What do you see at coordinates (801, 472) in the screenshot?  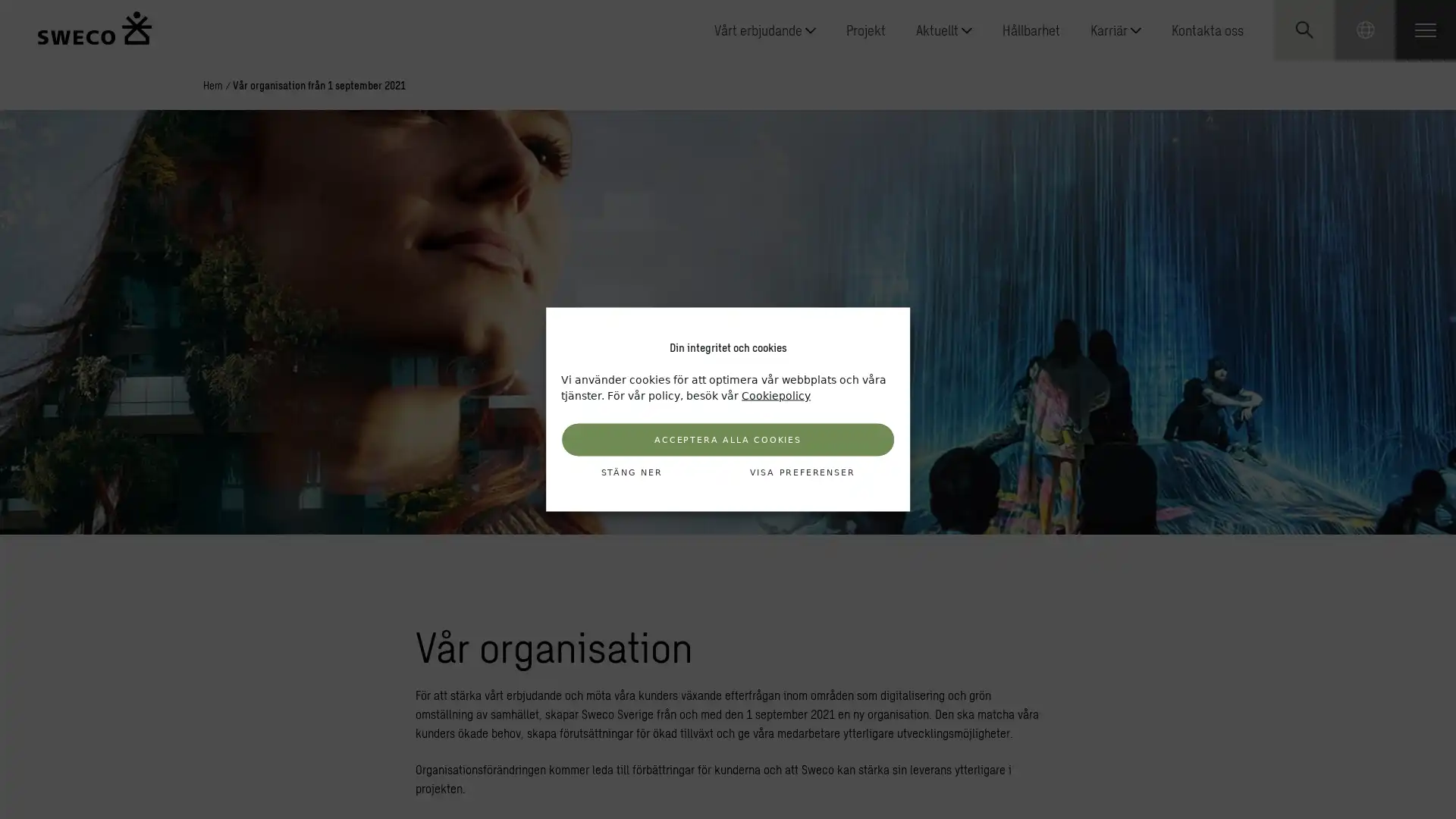 I see `VISA PREFERENSER` at bounding box center [801, 472].